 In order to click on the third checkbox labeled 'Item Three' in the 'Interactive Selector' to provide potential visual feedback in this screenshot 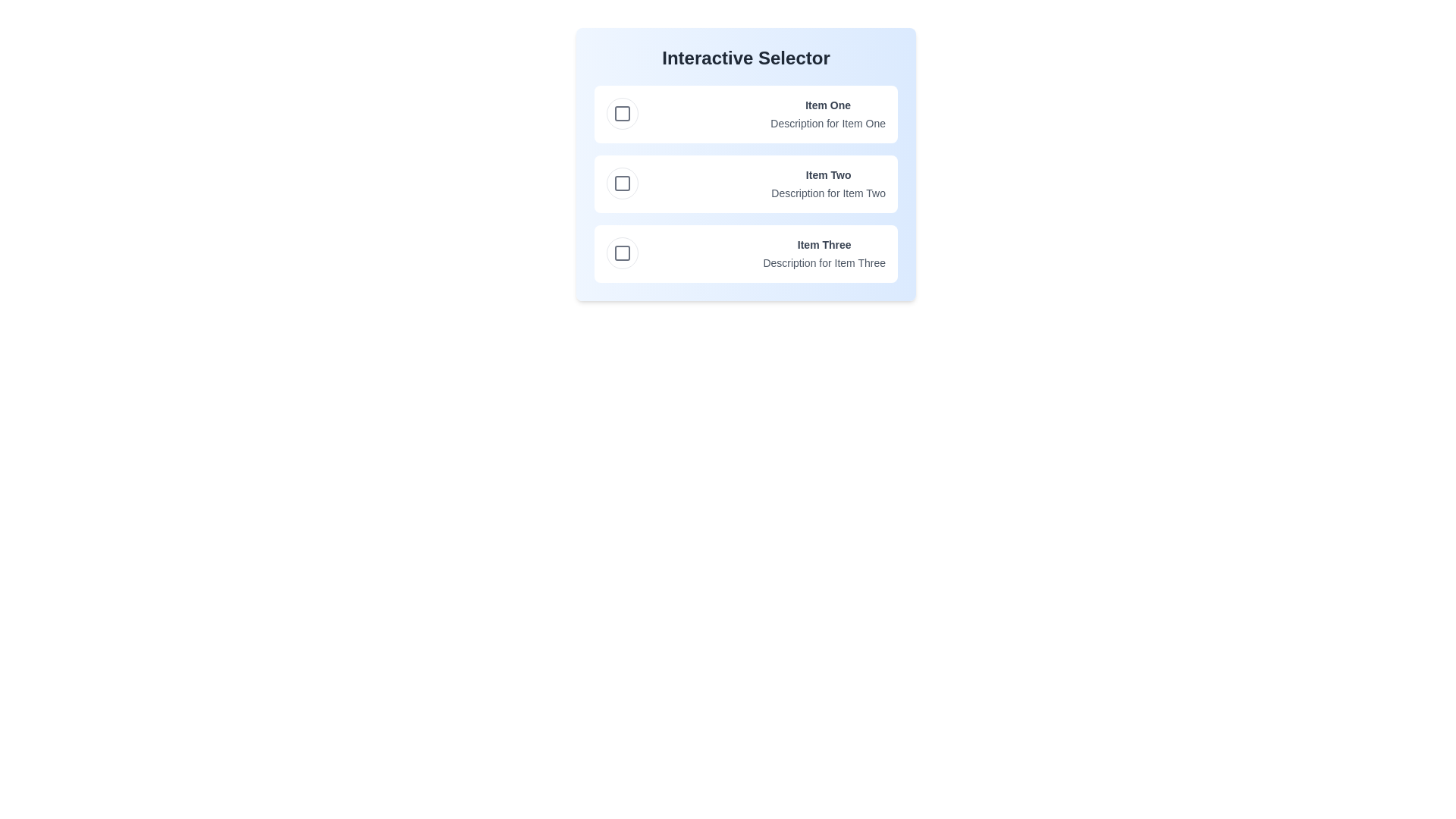, I will do `click(622, 253)`.